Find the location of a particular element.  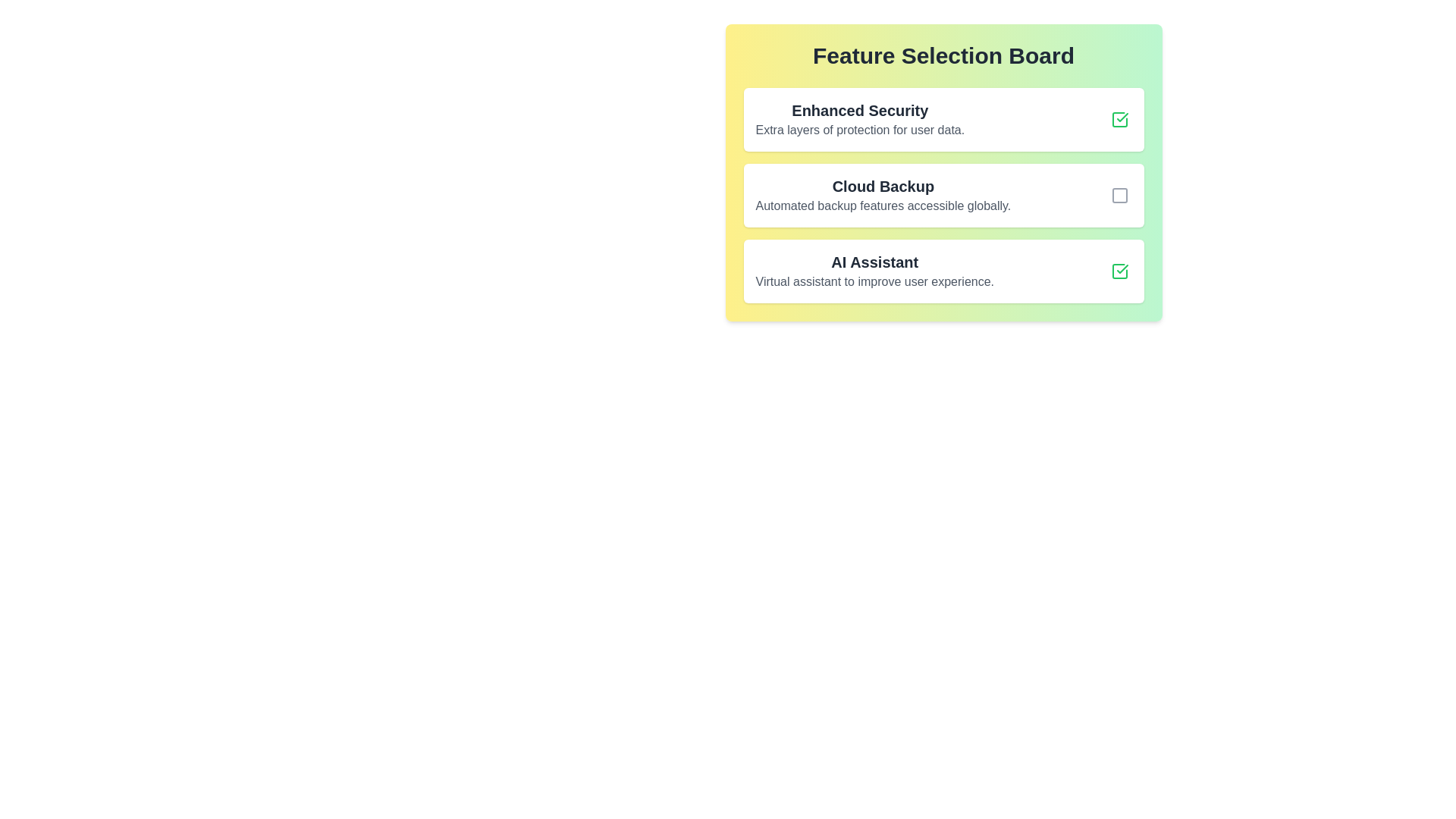

the checkbox indicating the status of the 'AI Assistant' feature located in the third row of the feature selection board is located at coordinates (1119, 271).